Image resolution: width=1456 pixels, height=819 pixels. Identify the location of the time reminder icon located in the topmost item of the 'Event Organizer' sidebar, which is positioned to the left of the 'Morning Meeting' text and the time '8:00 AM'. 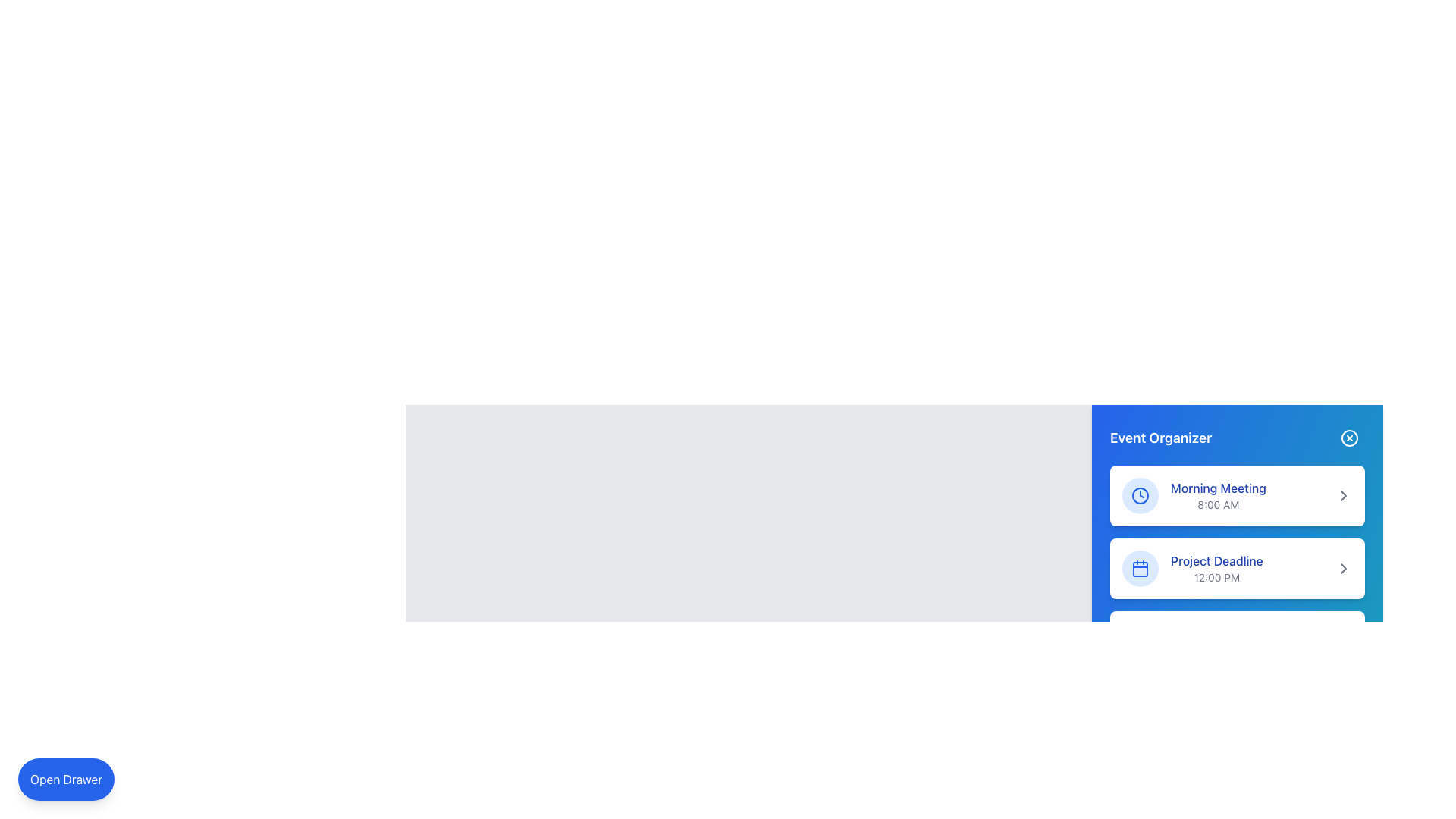
(1140, 496).